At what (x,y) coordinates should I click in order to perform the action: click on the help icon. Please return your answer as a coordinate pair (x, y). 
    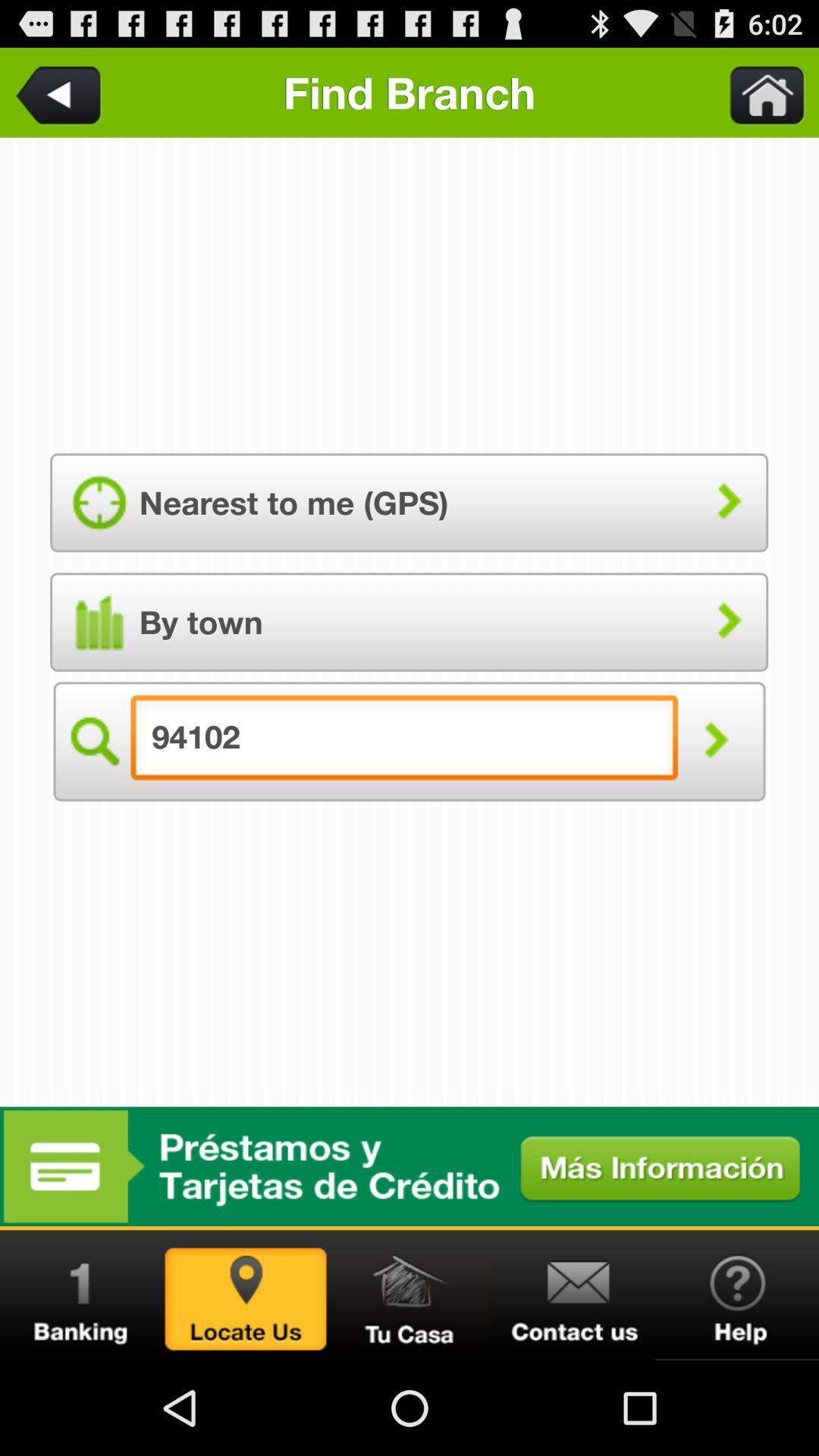
    Looking at the image, I should click on (736, 1386).